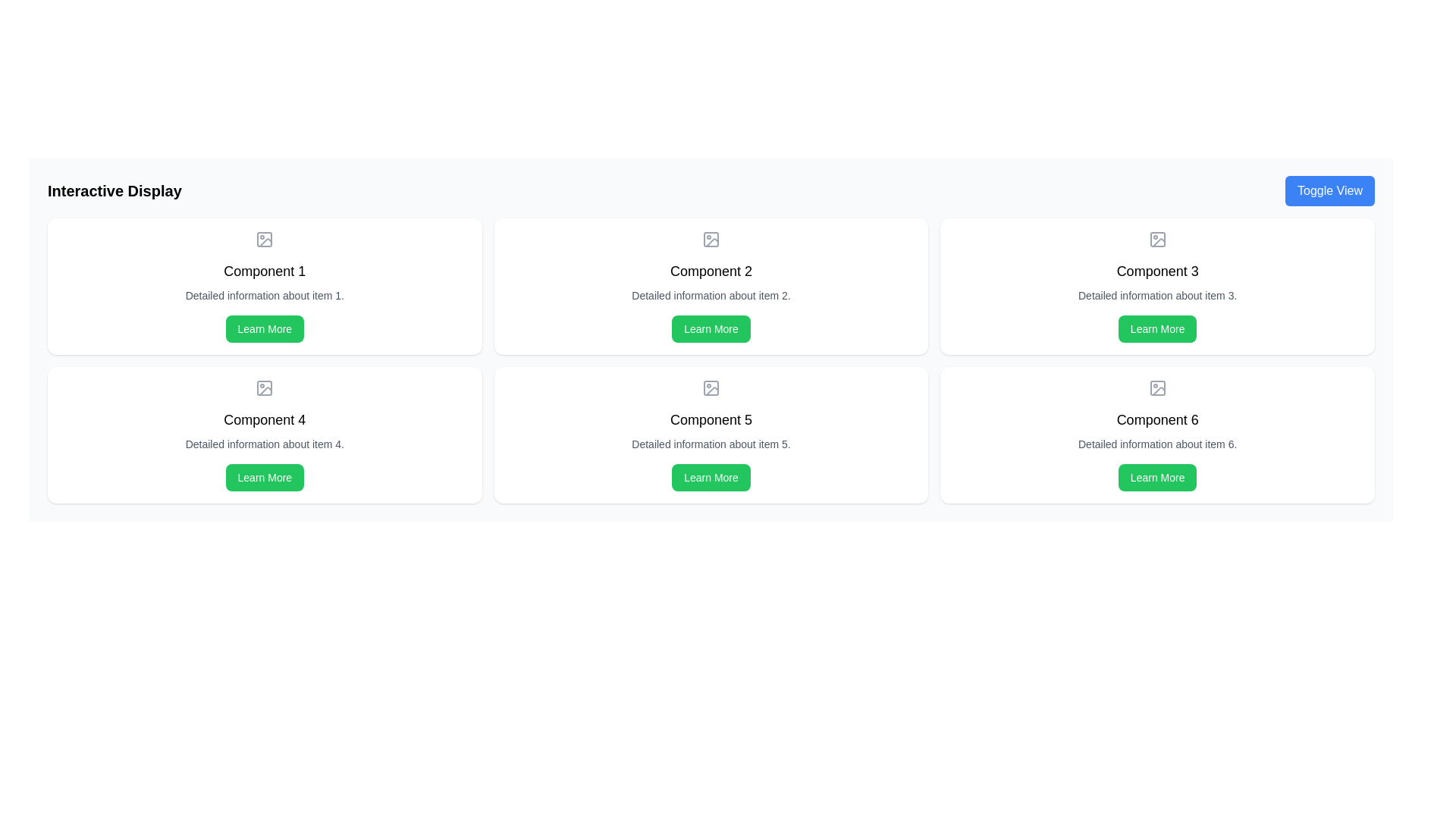 Image resolution: width=1456 pixels, height=819 pixels. I want to click on the 'Component 3' card located in the top-right corner of the first row in the 3x2 grid, so click(1156, 287).